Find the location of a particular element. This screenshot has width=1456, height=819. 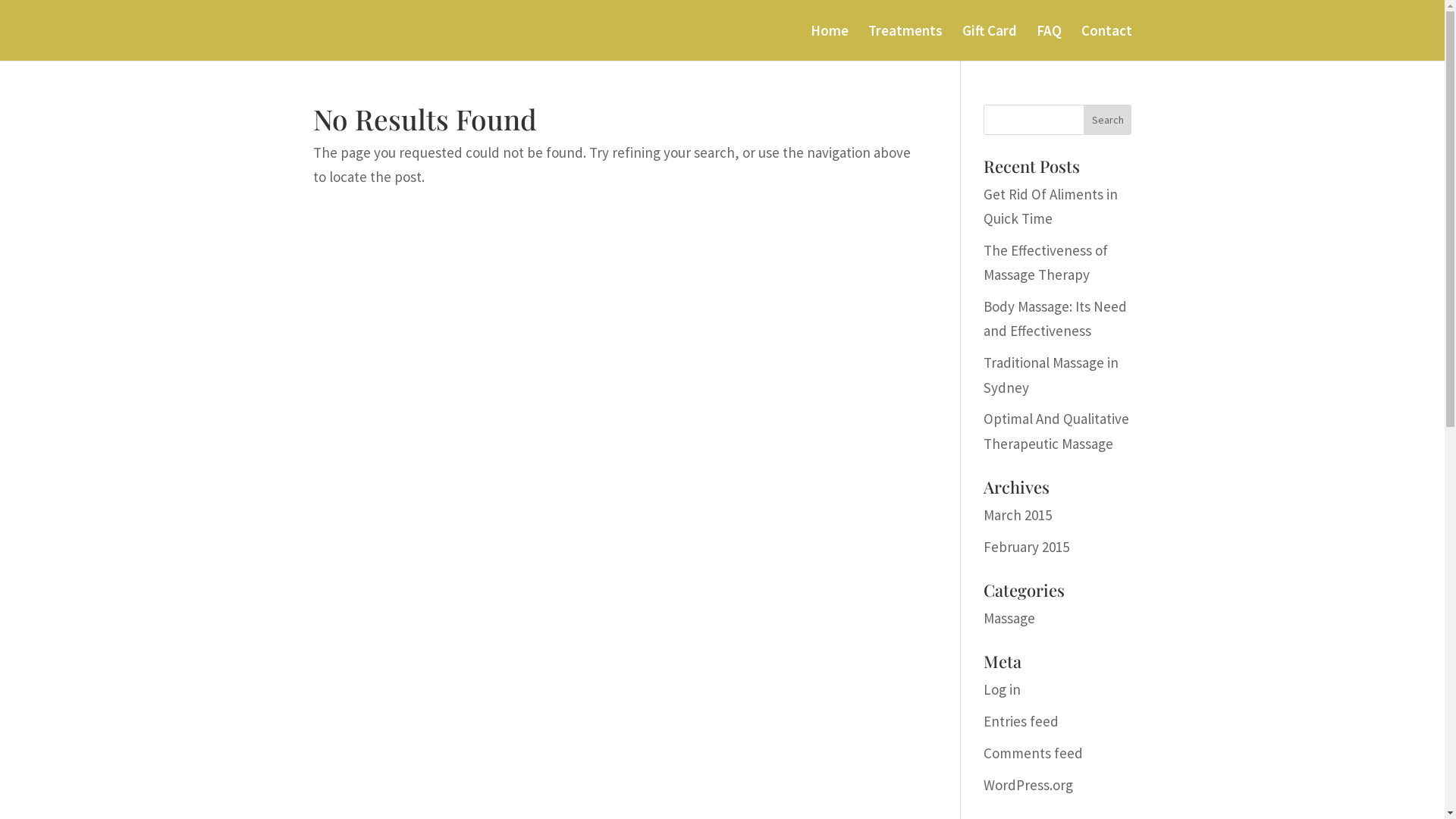

'Home' is located at coordinates (809, 42).